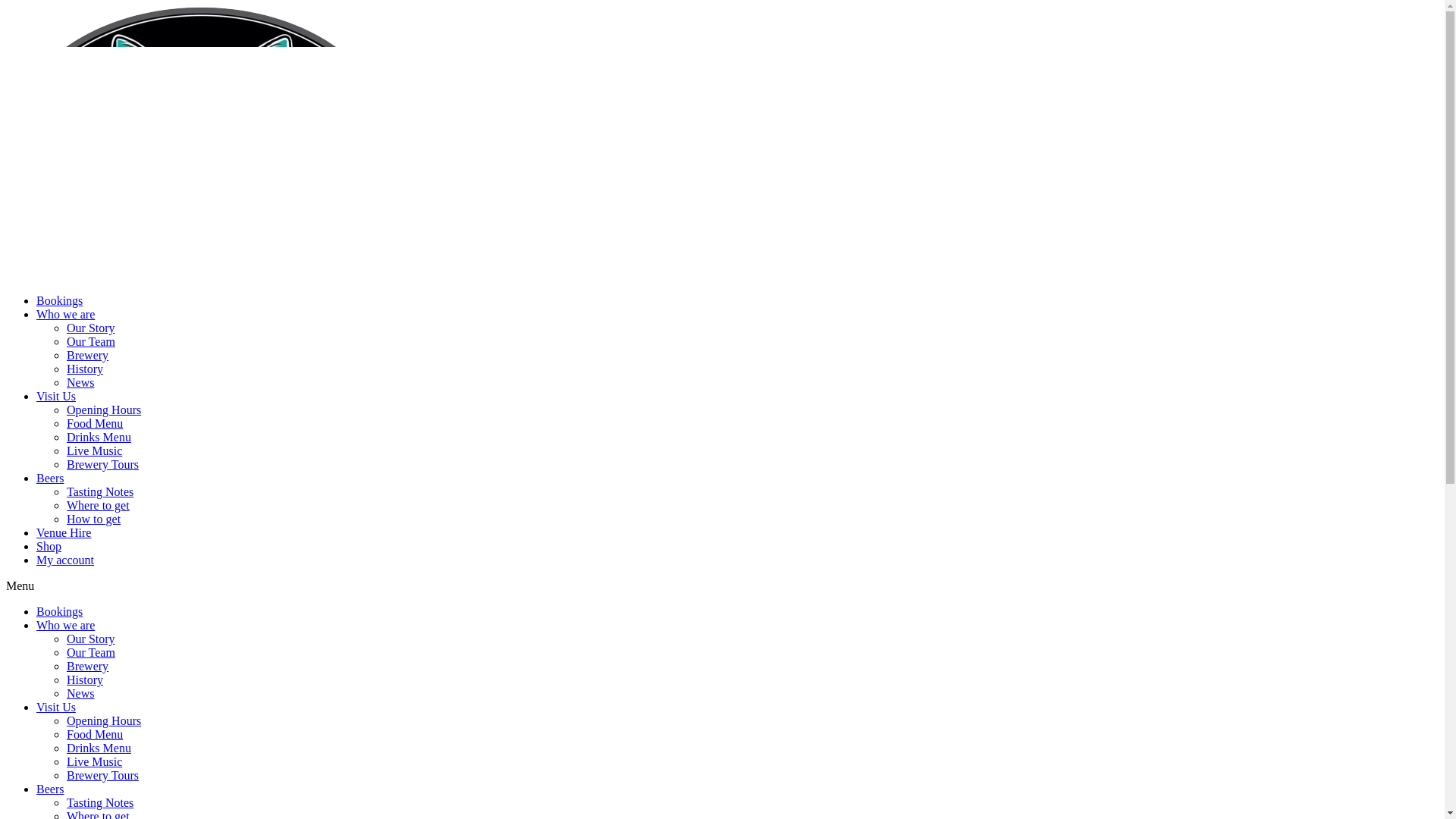 The image size is (1456, 819). I want to click on 'Visit Us', so click(55, 395).